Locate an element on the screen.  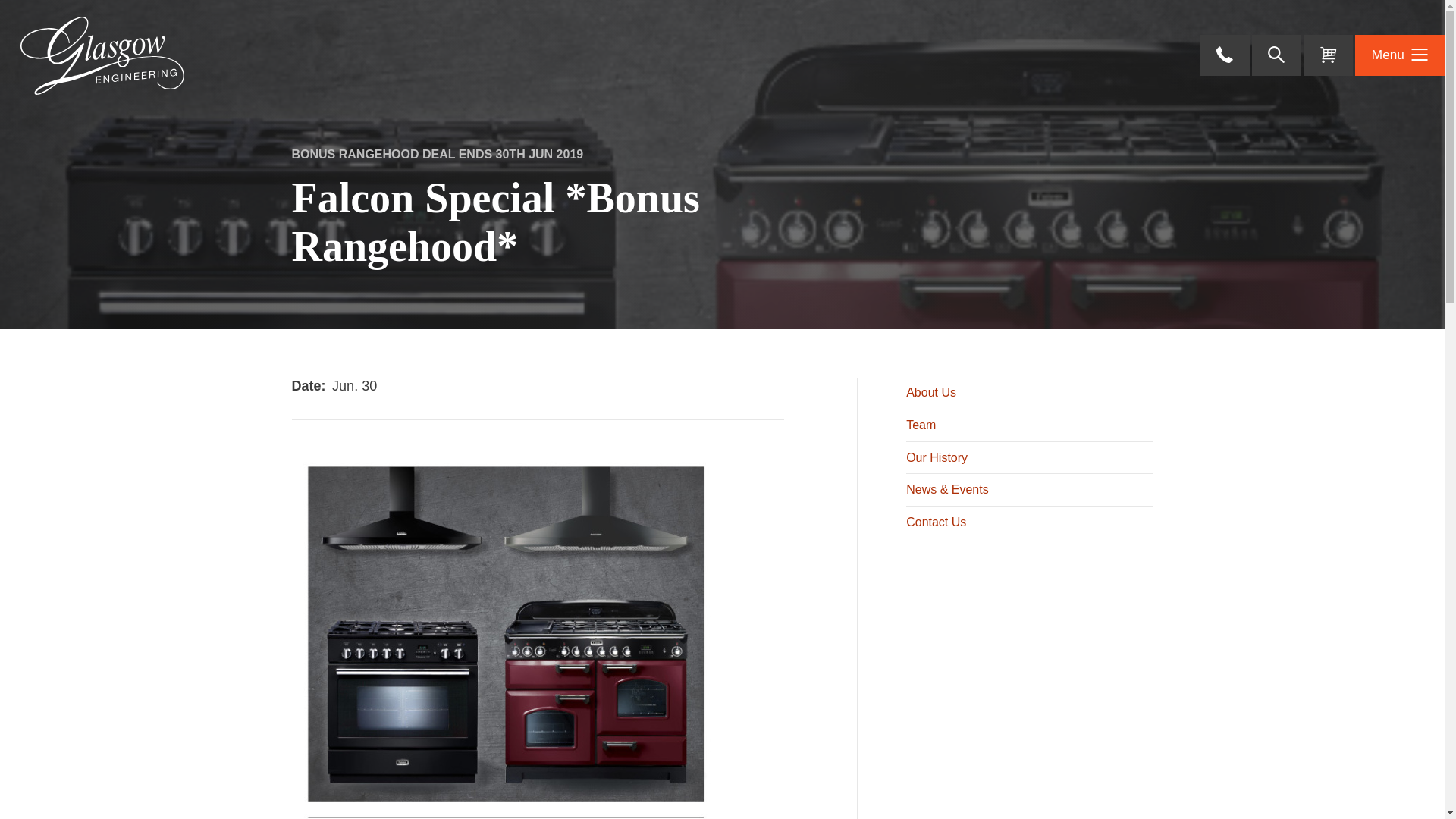
'News & Events' is located at coordinates (906, 489).